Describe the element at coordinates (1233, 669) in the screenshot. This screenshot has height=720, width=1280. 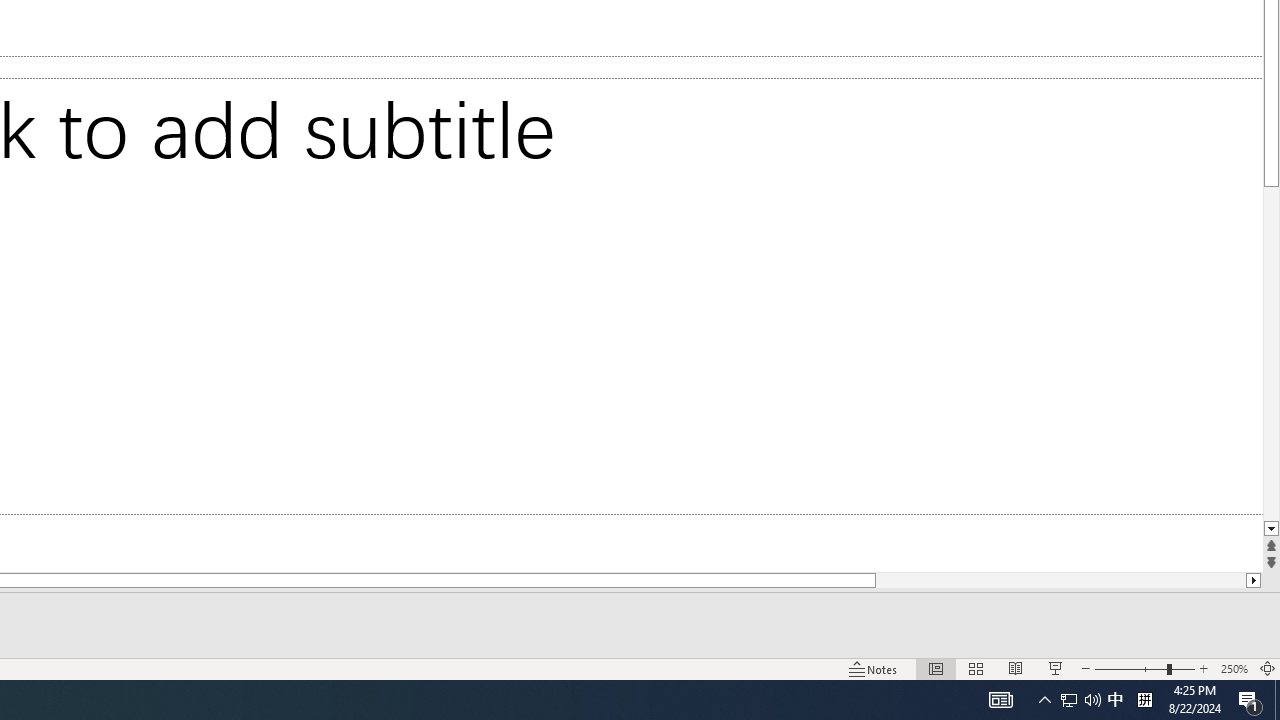
I see `'Zoom 250%'` at that location.